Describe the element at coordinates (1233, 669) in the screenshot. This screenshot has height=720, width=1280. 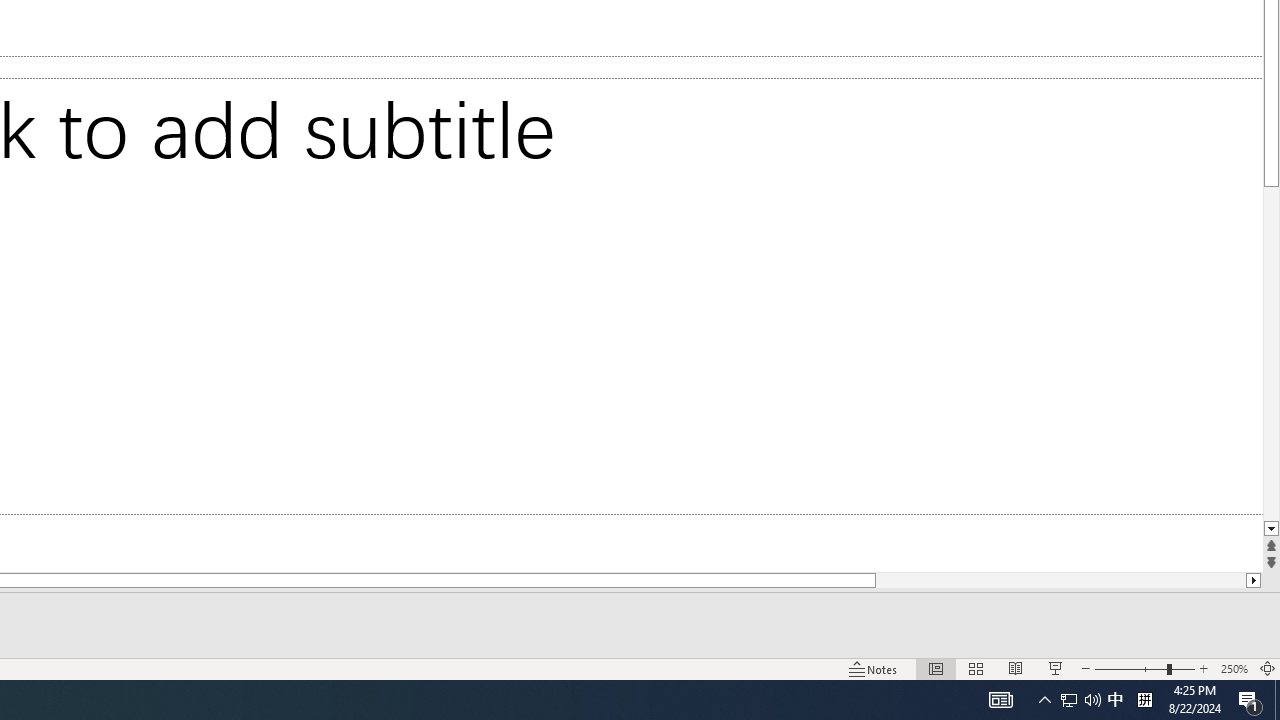
I see `'Zoom 250%'` at that location.